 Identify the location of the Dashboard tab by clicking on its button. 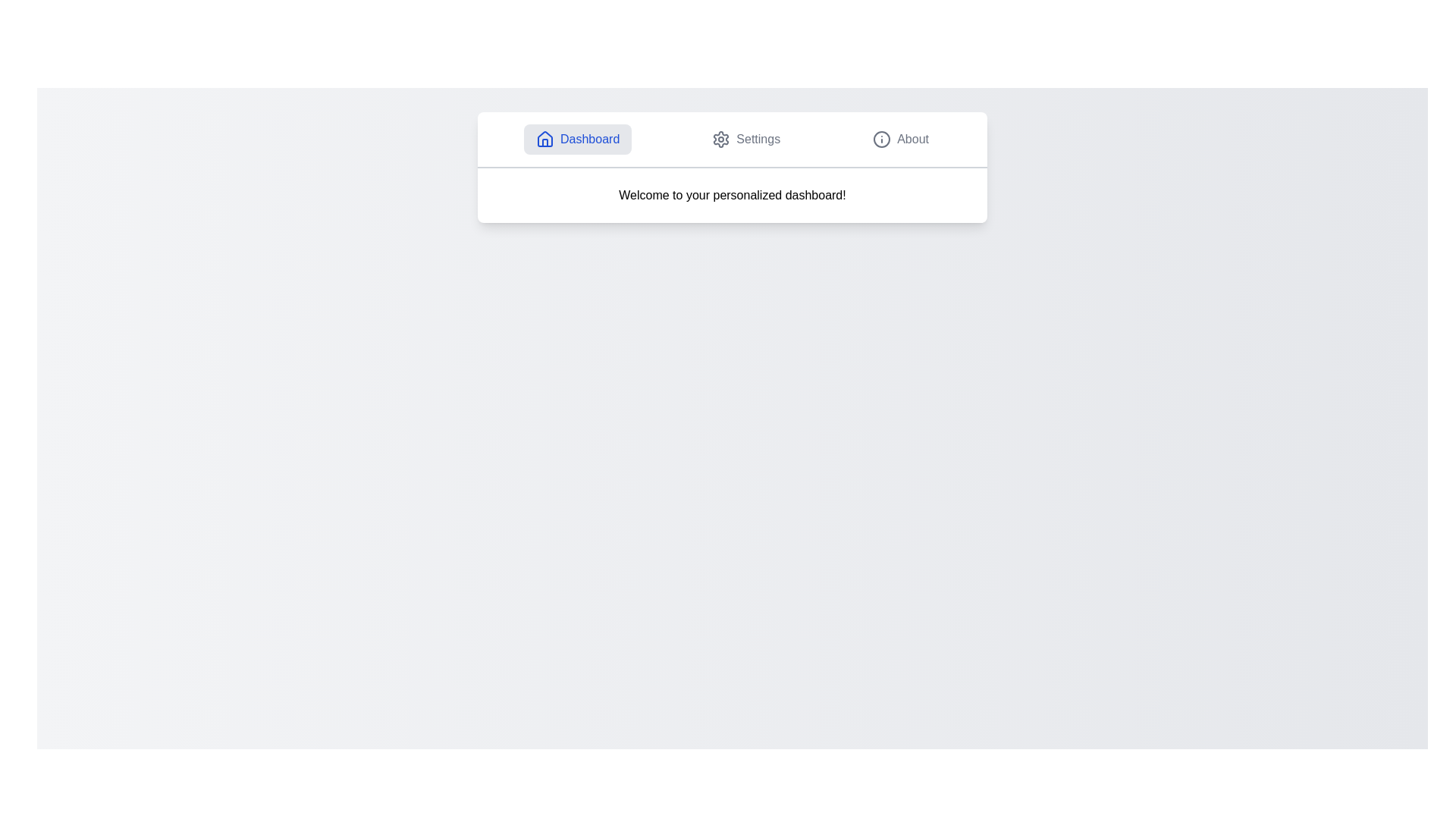
(577, 140).